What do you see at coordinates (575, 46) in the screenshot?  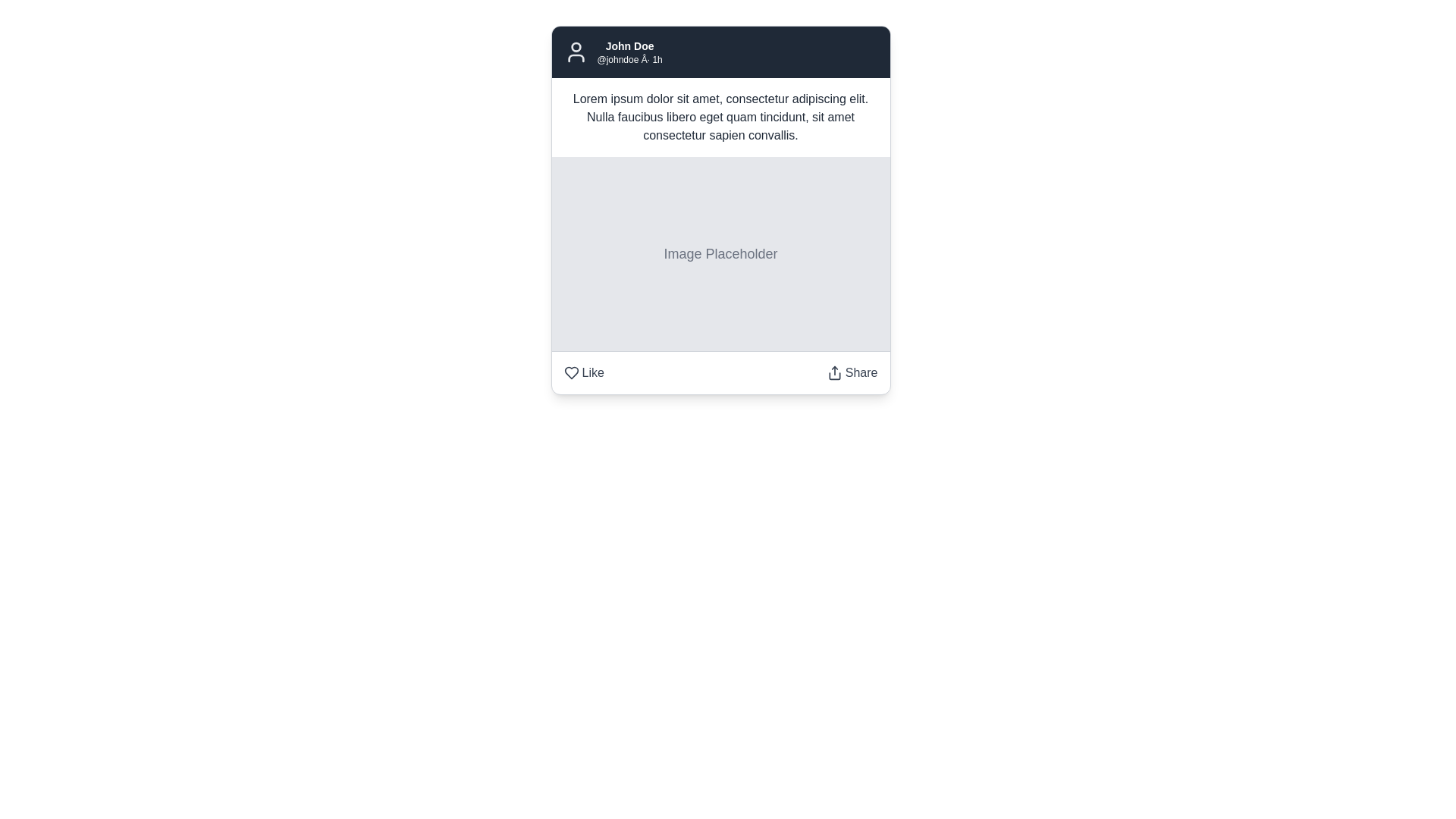 I see `the decorative SVG Circle located at the top-left corner of the user profile icon, which is part of the user profile representation` at bounding box center [575, 46].